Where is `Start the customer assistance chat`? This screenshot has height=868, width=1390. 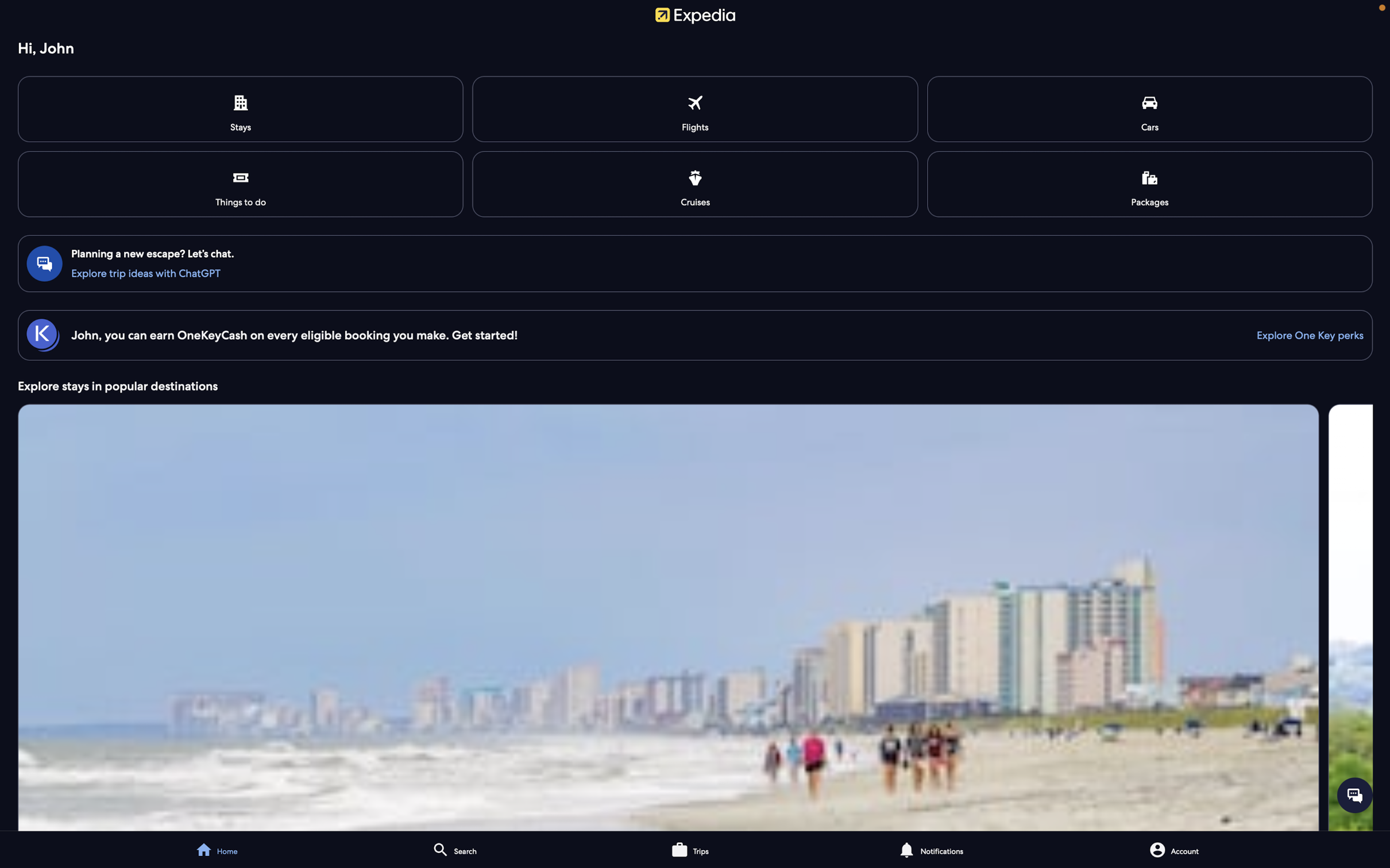
Start the customer assistance chat is located at coordinates (1354, 794).